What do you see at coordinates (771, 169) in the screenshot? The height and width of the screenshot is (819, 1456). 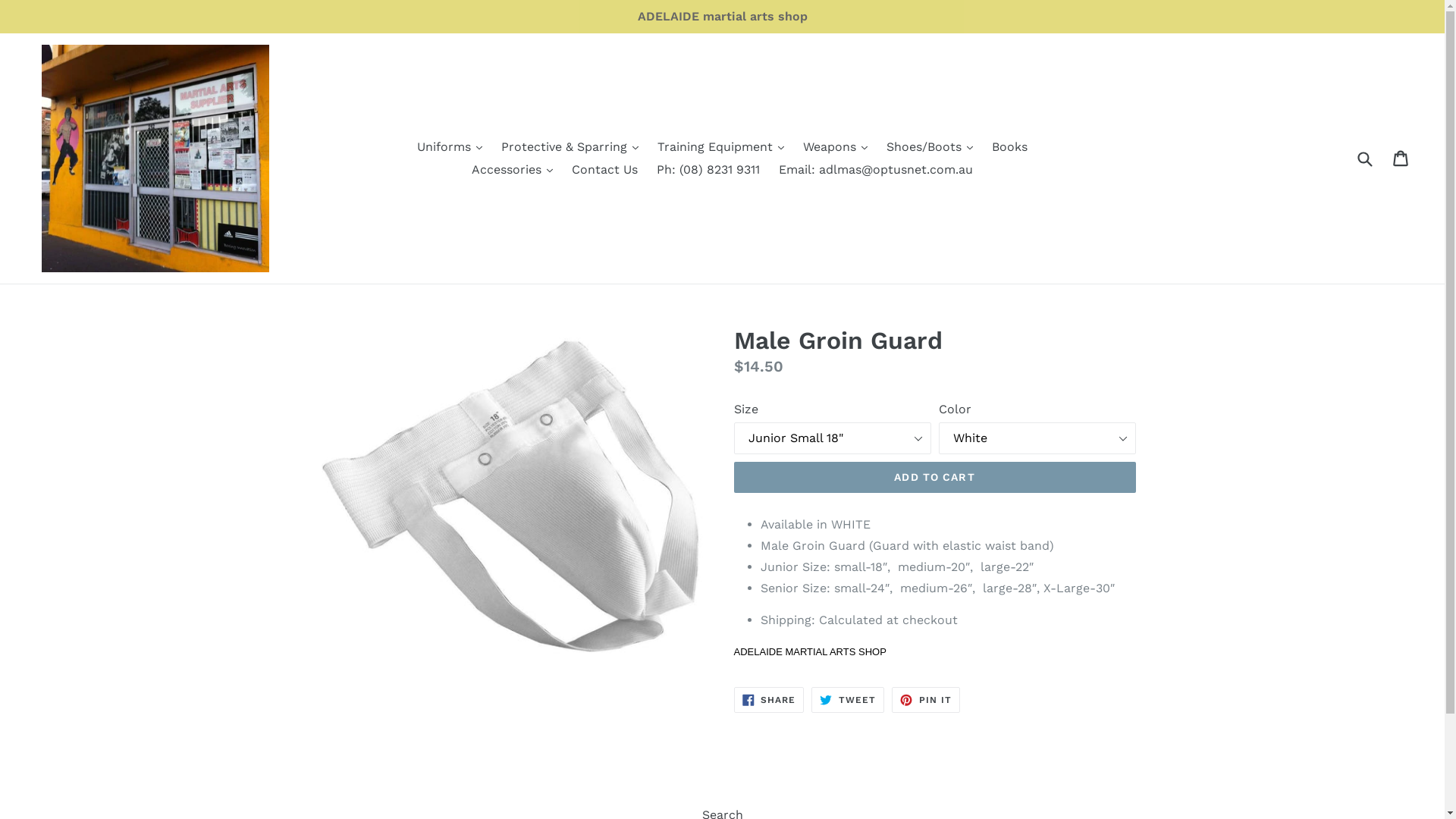 I see `'Email: adlmas@optusnet.com.au'` at bounding box center [771, 169].